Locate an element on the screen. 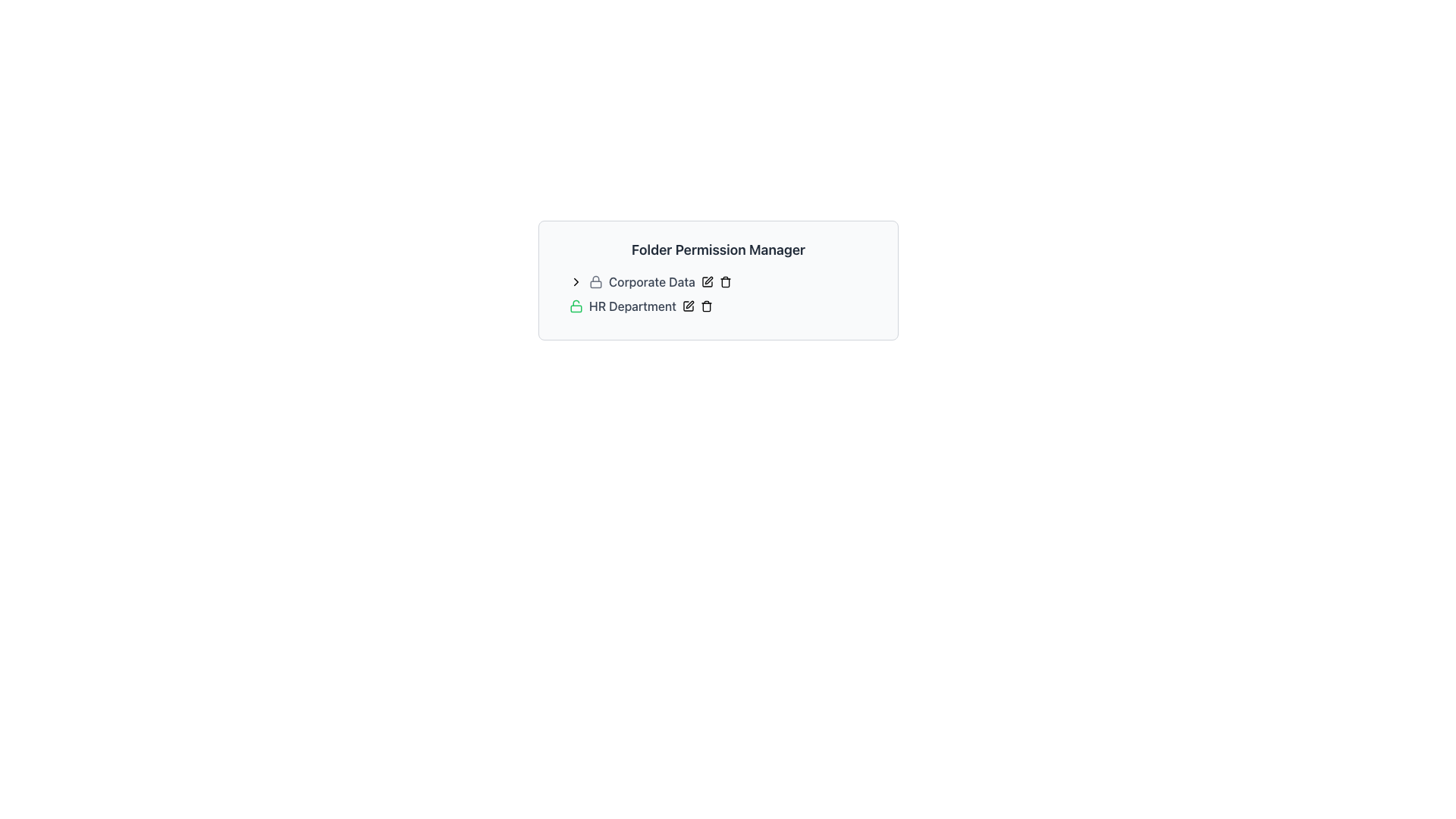 This screenshot has height=819, width=1456. the pencil icon in the 'HR Department' row is located at coordinates (696, 306).